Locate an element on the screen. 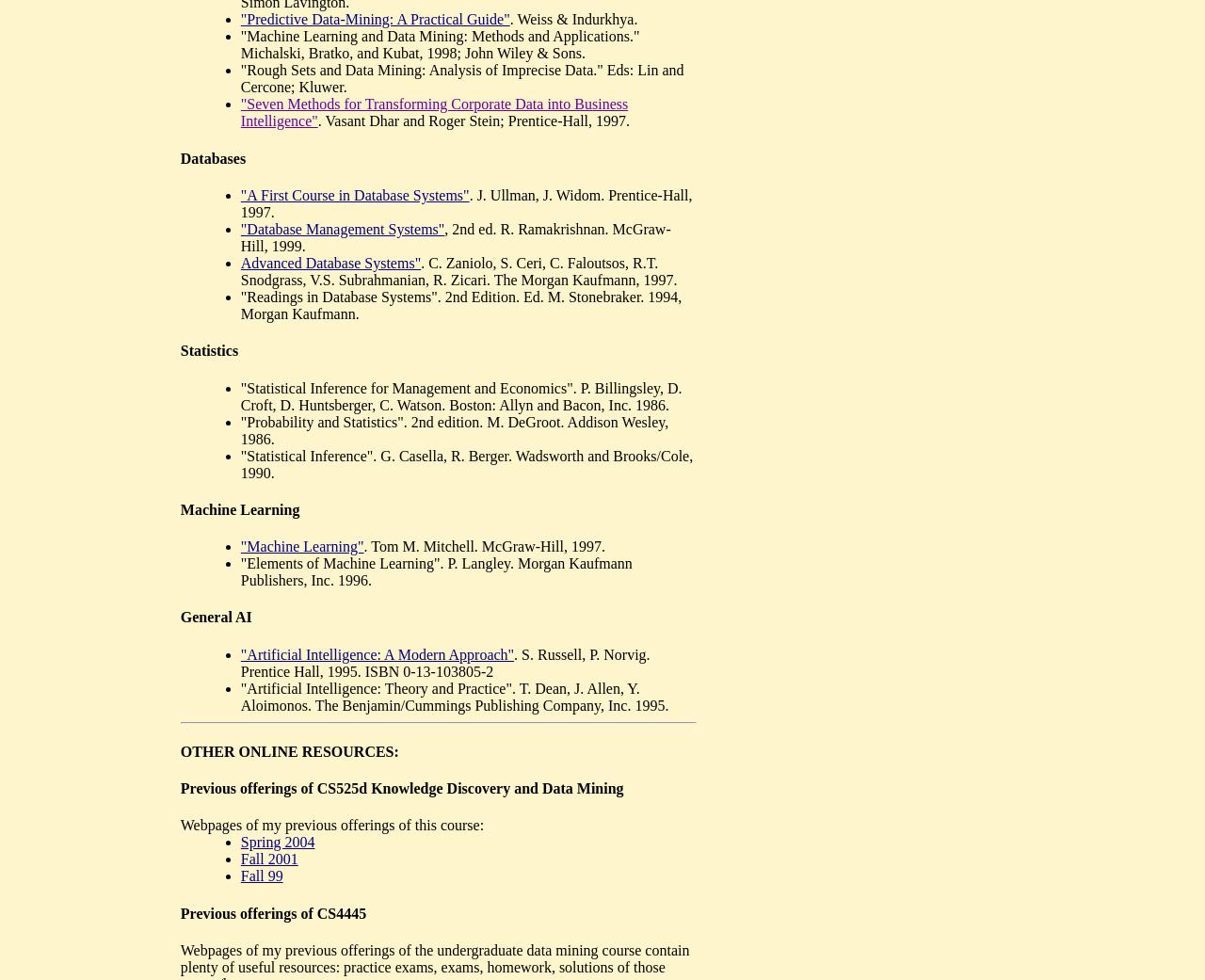 The width and height of the screenshot is (1205, 980). '"Seven Methods for Transforming Corporate Data into 
     Business Intelligence"' is located at coordinates (238, 112).